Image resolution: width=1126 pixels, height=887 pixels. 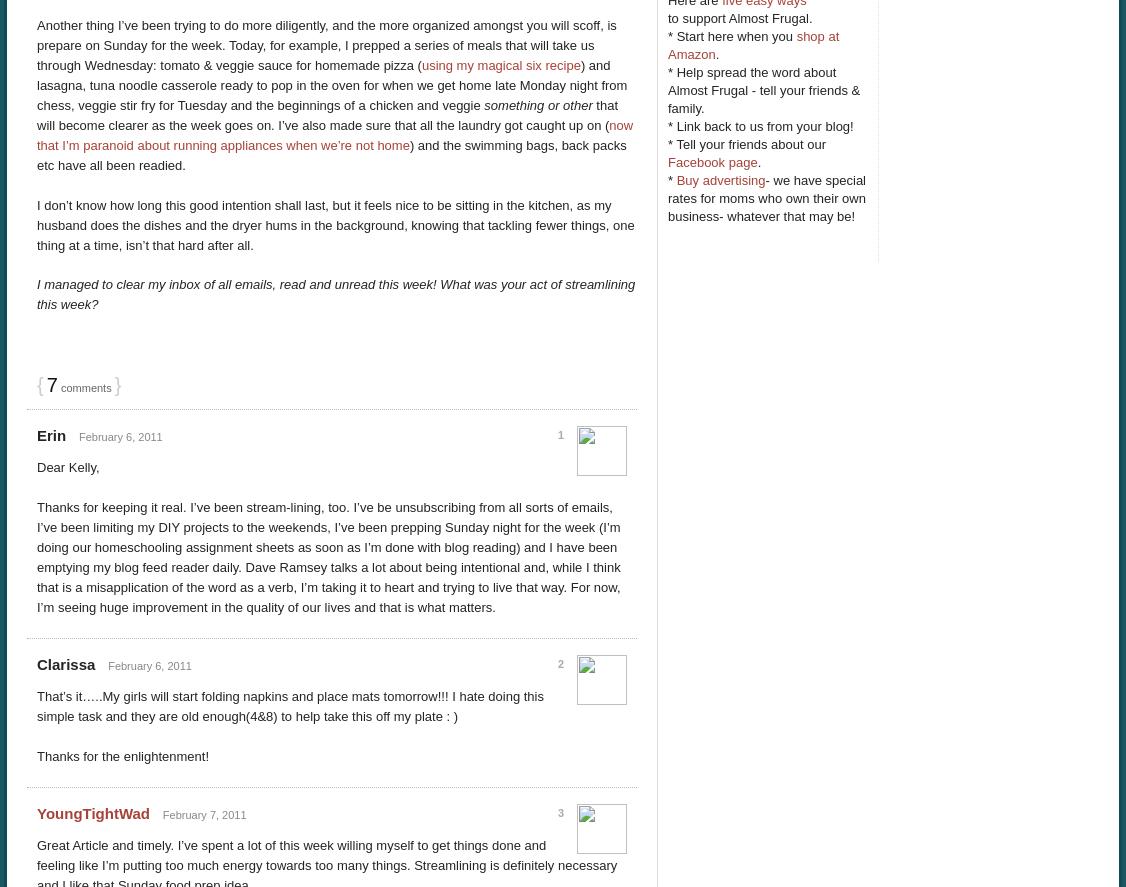 What do you see at coordinates (335, 293) in the screenshot?
I see `'I managed to clear my inbox of all emails, read and unread this week! What was your act of streamlining this week?'` at bounding box center [335, 293].